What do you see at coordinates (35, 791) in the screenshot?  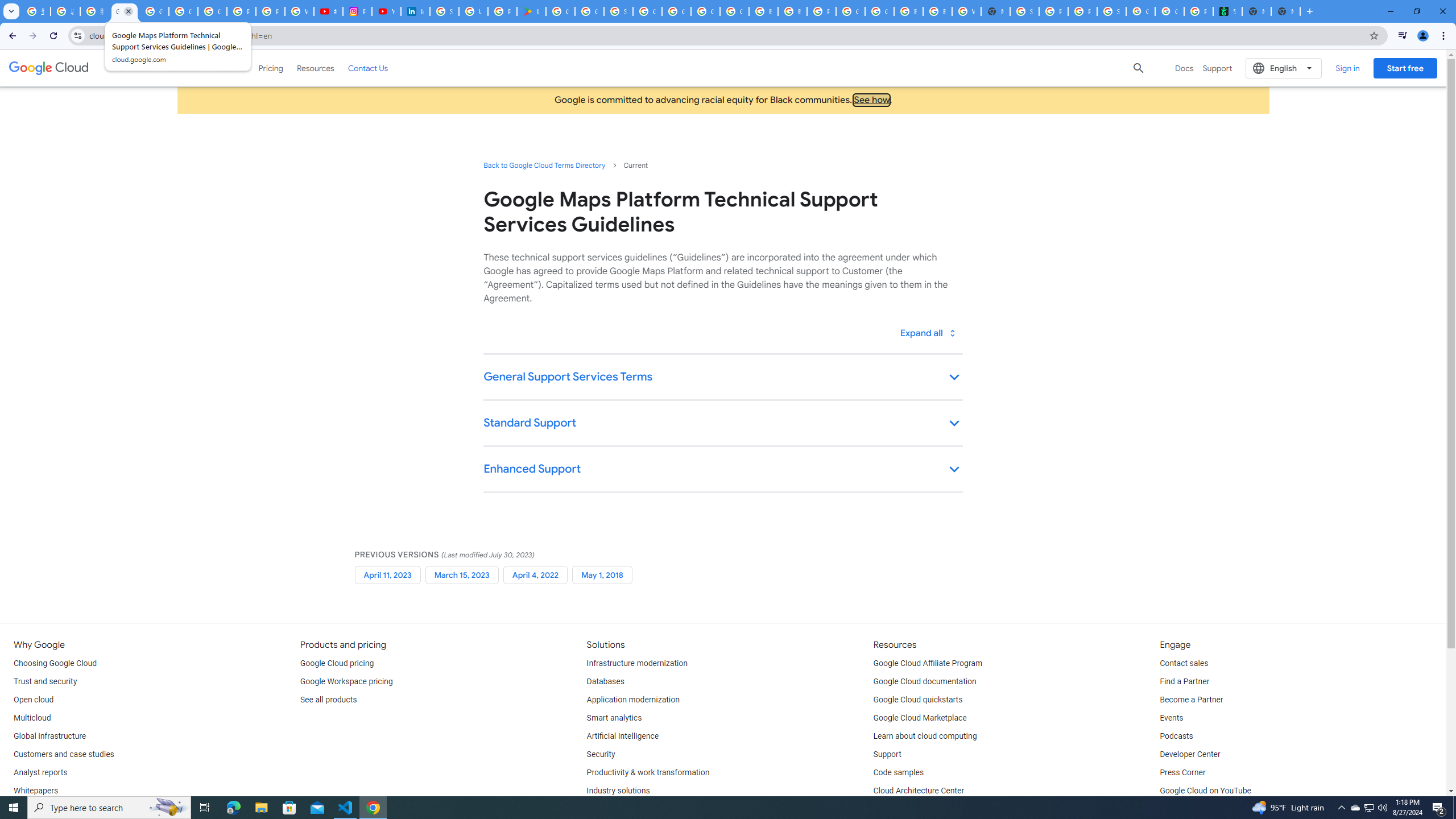 I see `'Whitepapers'` at bounding box center [35, 791].